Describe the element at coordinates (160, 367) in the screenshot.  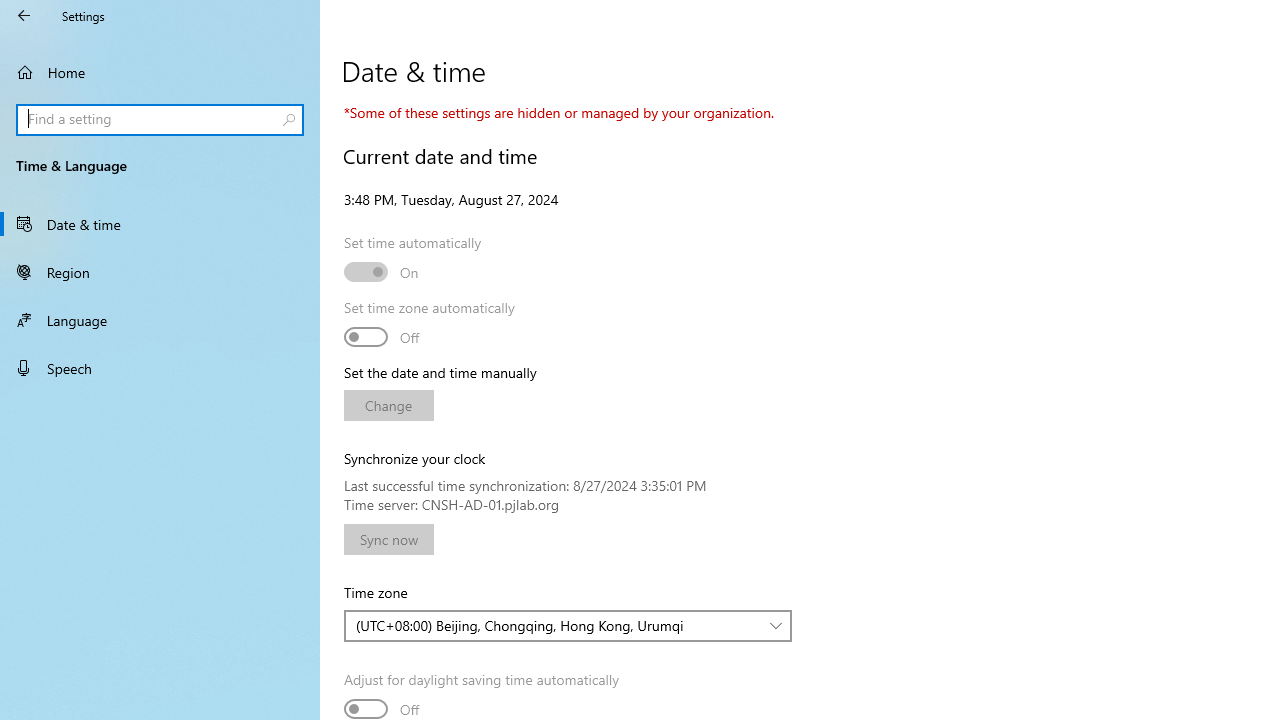
I see `'Speech'` at that location.